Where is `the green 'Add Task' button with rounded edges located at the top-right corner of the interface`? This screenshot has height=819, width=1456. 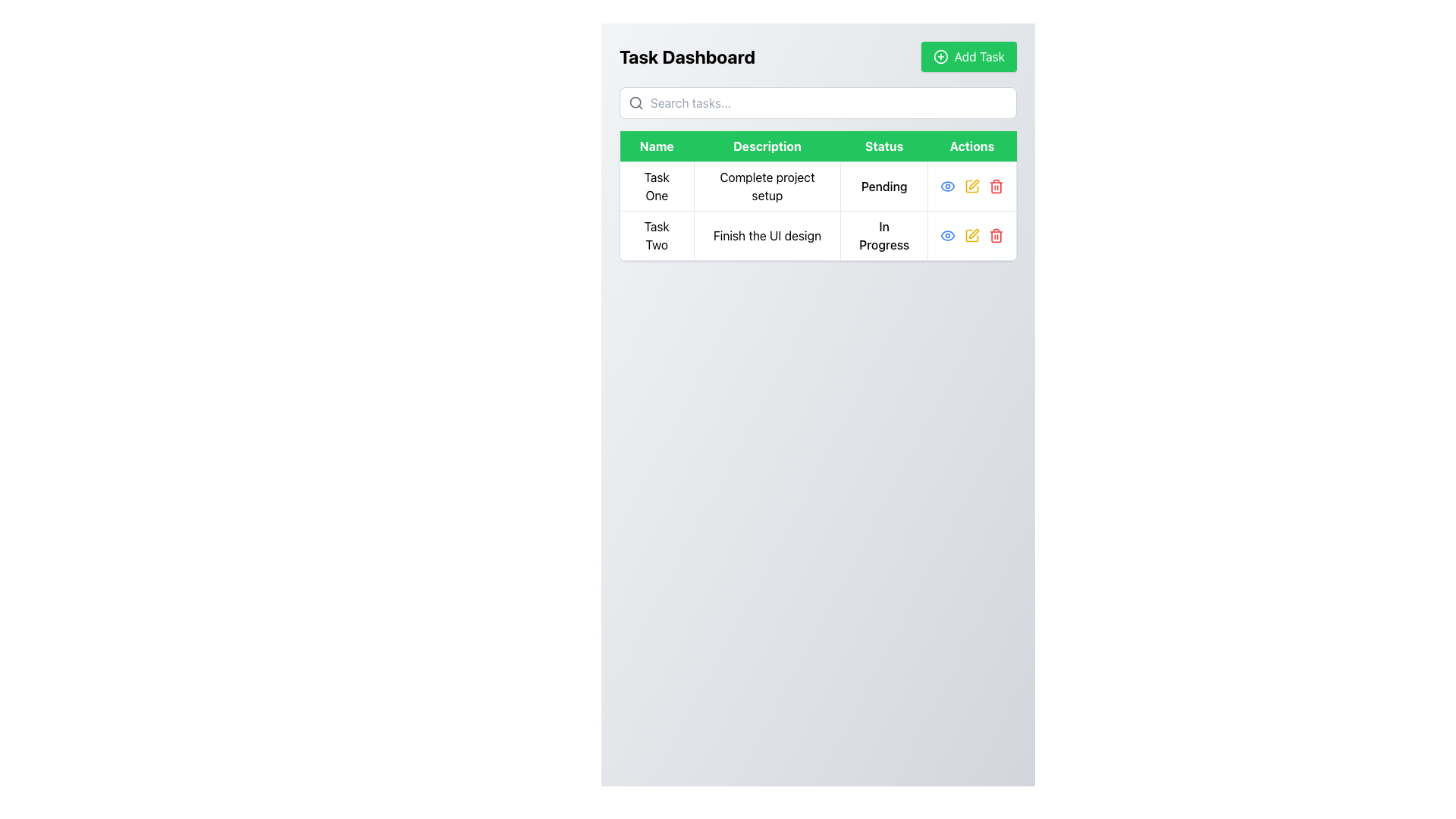
the green 'Add Task' button with rounded edges located at the top-right corner of the interface is located at coordinates (968, 55).